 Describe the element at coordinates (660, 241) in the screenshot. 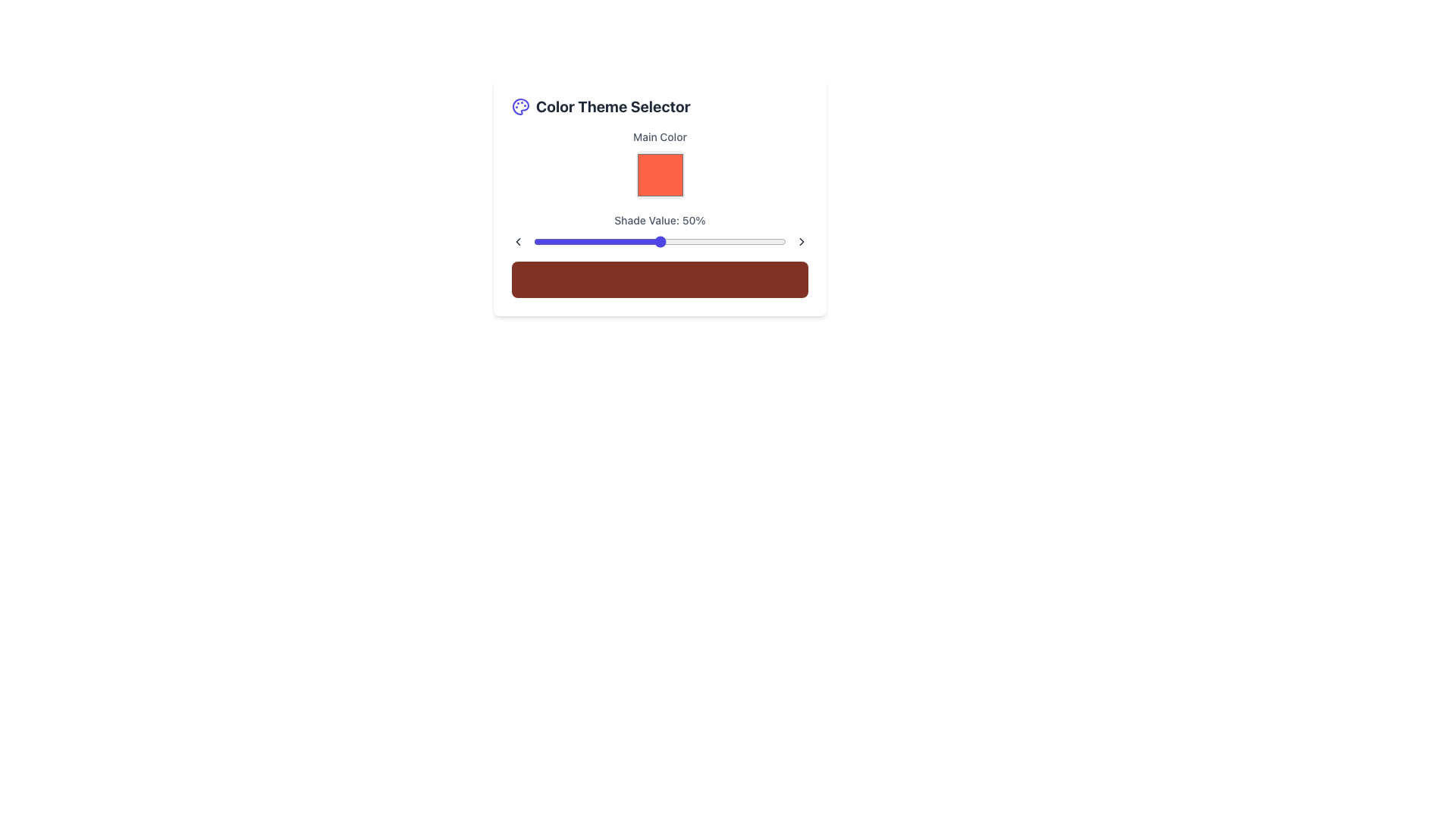

I see `and drag the handle of the horizontal range slider located below the label 'Shade Value: 50%' to adjust the value` at that location.